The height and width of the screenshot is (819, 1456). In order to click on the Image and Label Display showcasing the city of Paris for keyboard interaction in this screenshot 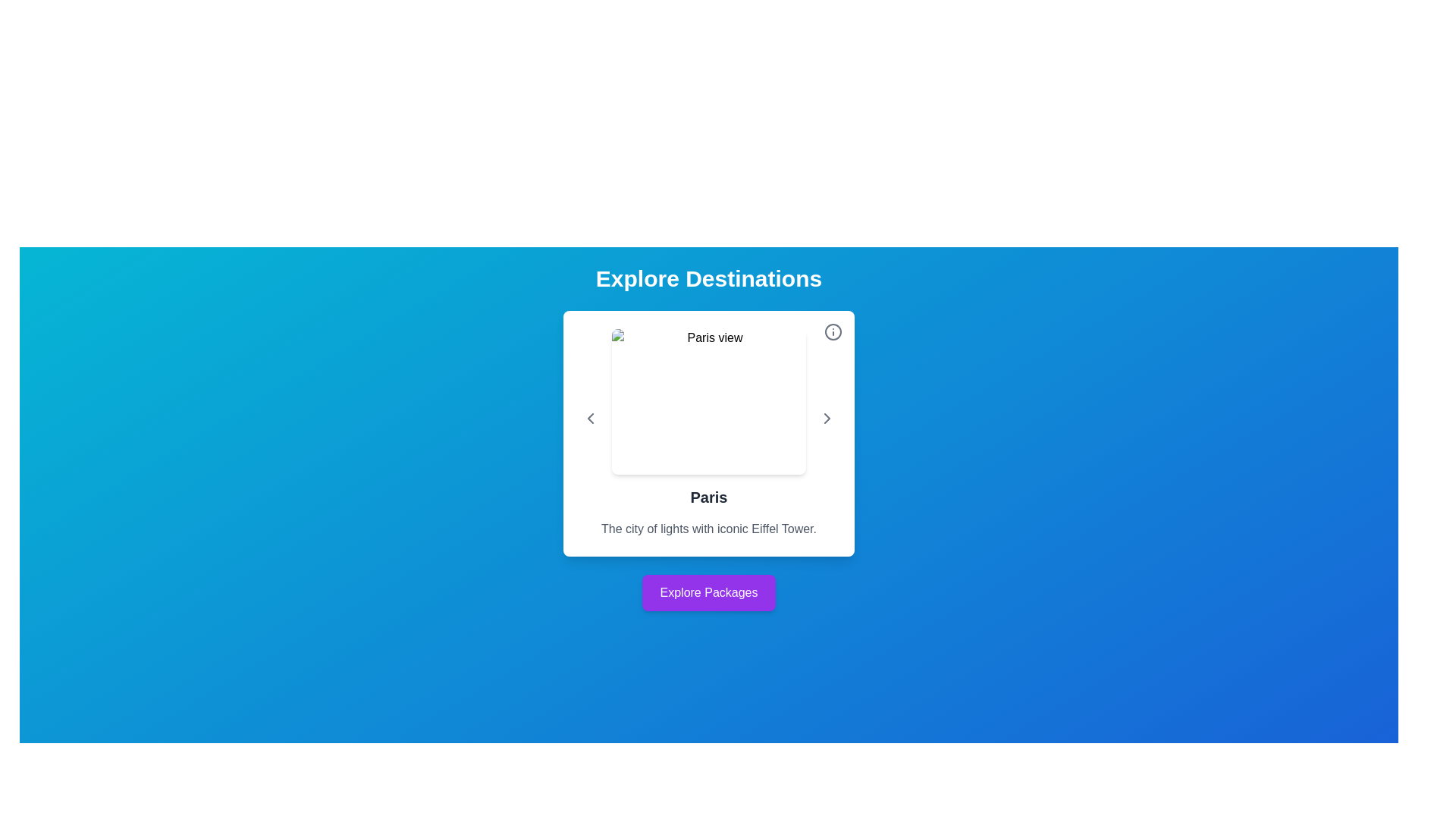, I will do `click(708, 418)`.